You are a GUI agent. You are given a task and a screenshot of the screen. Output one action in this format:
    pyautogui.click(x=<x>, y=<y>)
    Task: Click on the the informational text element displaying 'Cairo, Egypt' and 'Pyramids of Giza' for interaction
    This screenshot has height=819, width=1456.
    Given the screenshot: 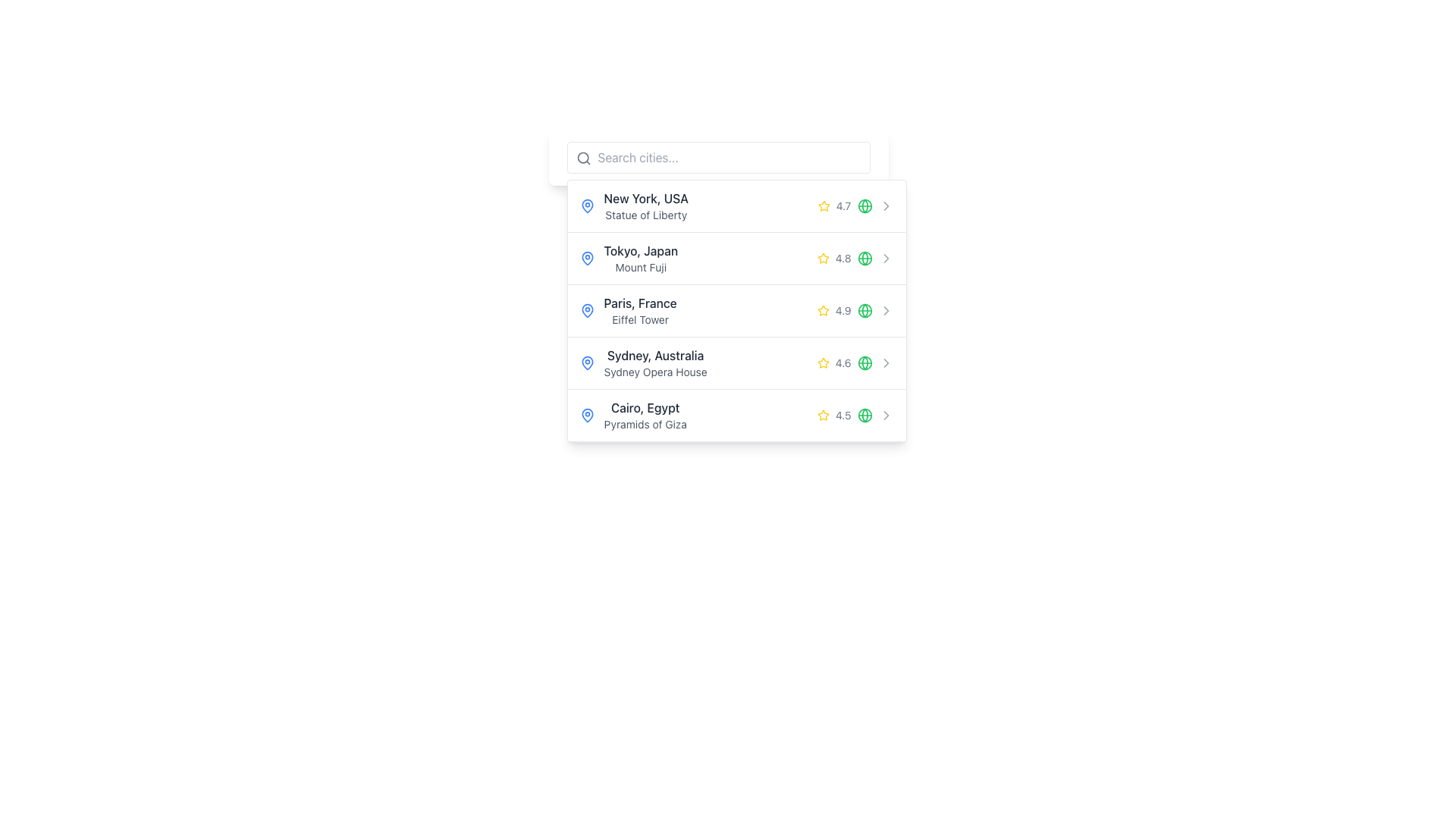 What is the action you would take?
    pyautogui.click(x=645, y=415)
    